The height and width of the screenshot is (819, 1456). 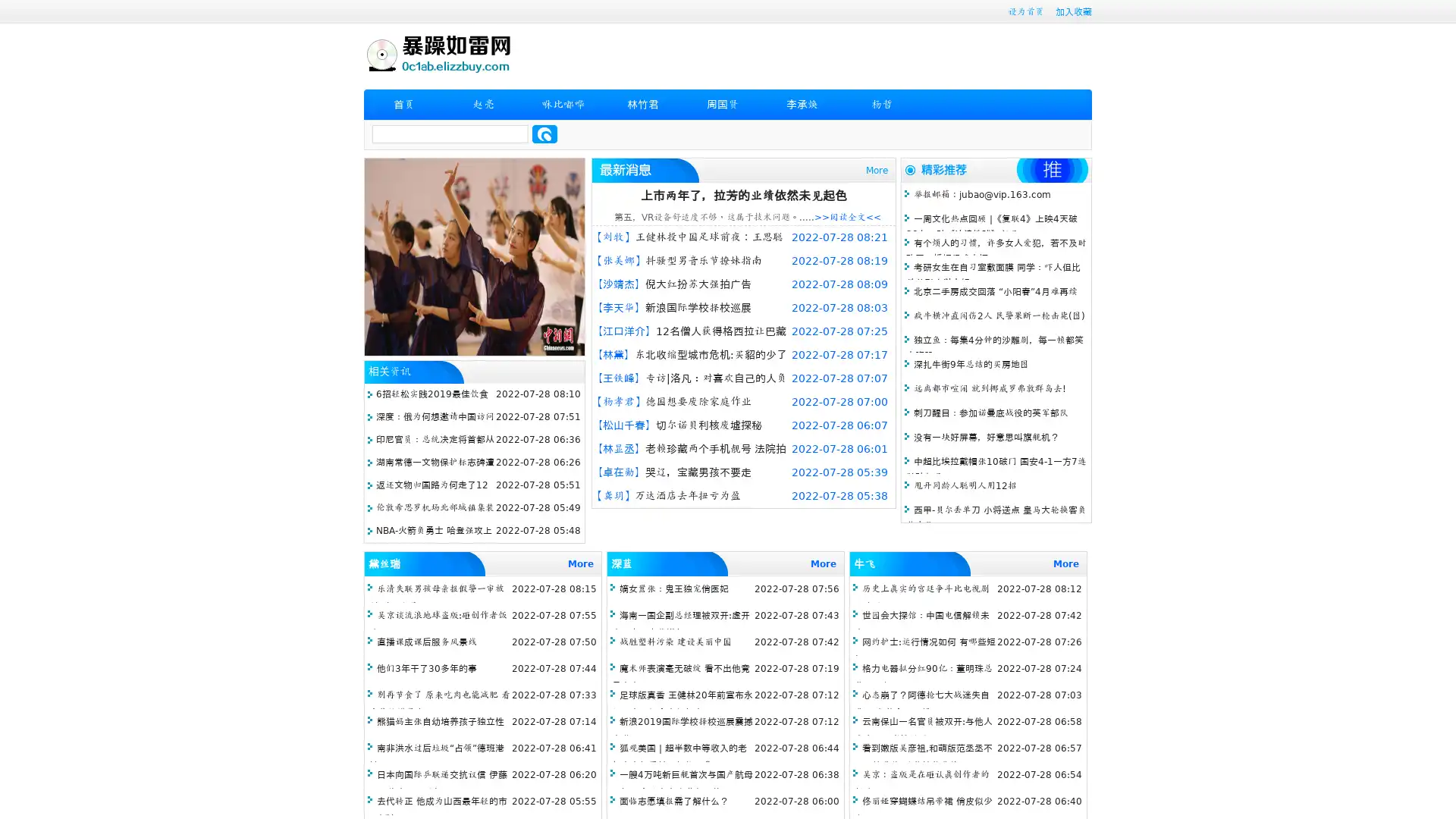 I want to click on Search, so click(x=544, y=133).